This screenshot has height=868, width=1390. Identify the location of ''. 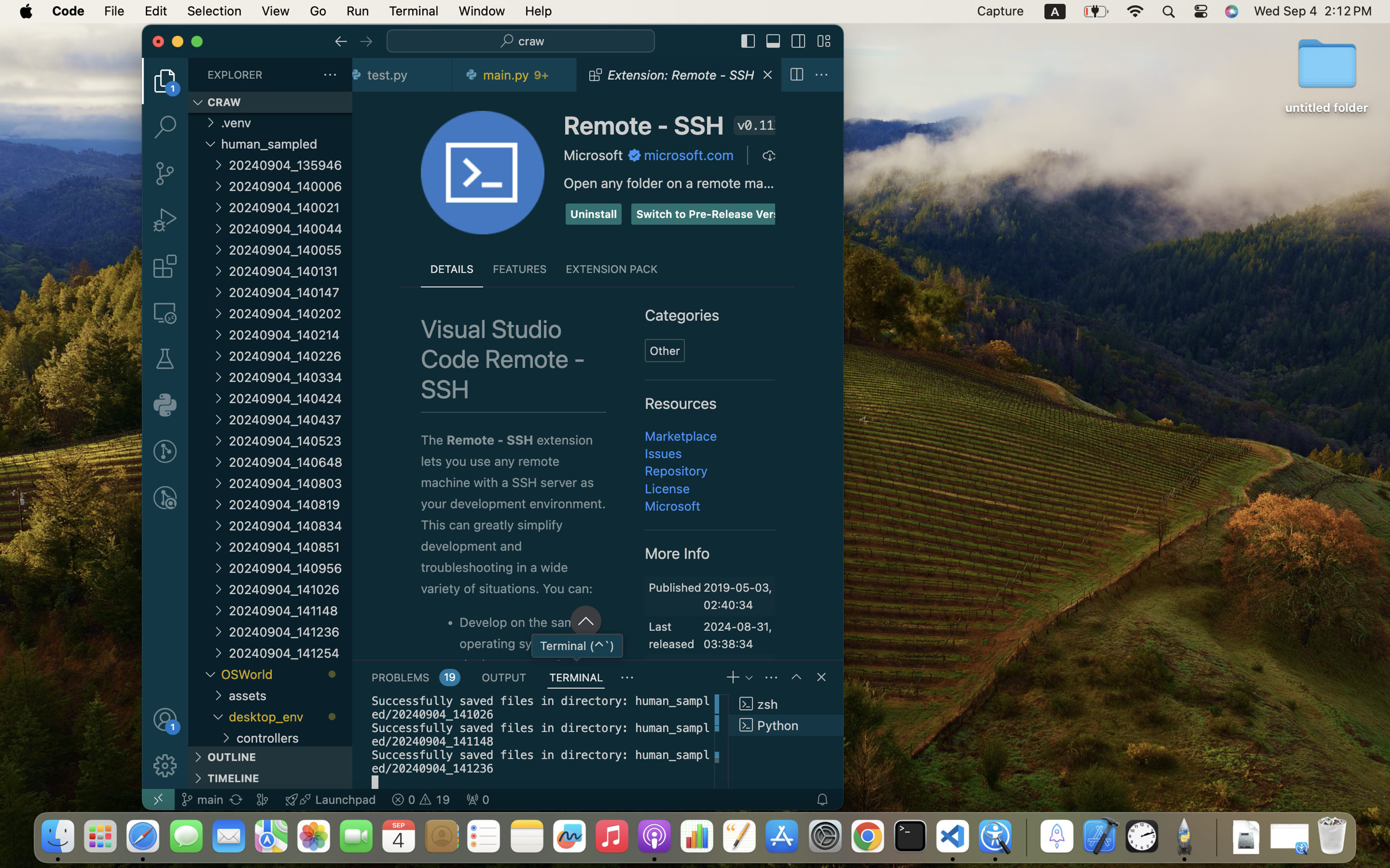
(748, 41).